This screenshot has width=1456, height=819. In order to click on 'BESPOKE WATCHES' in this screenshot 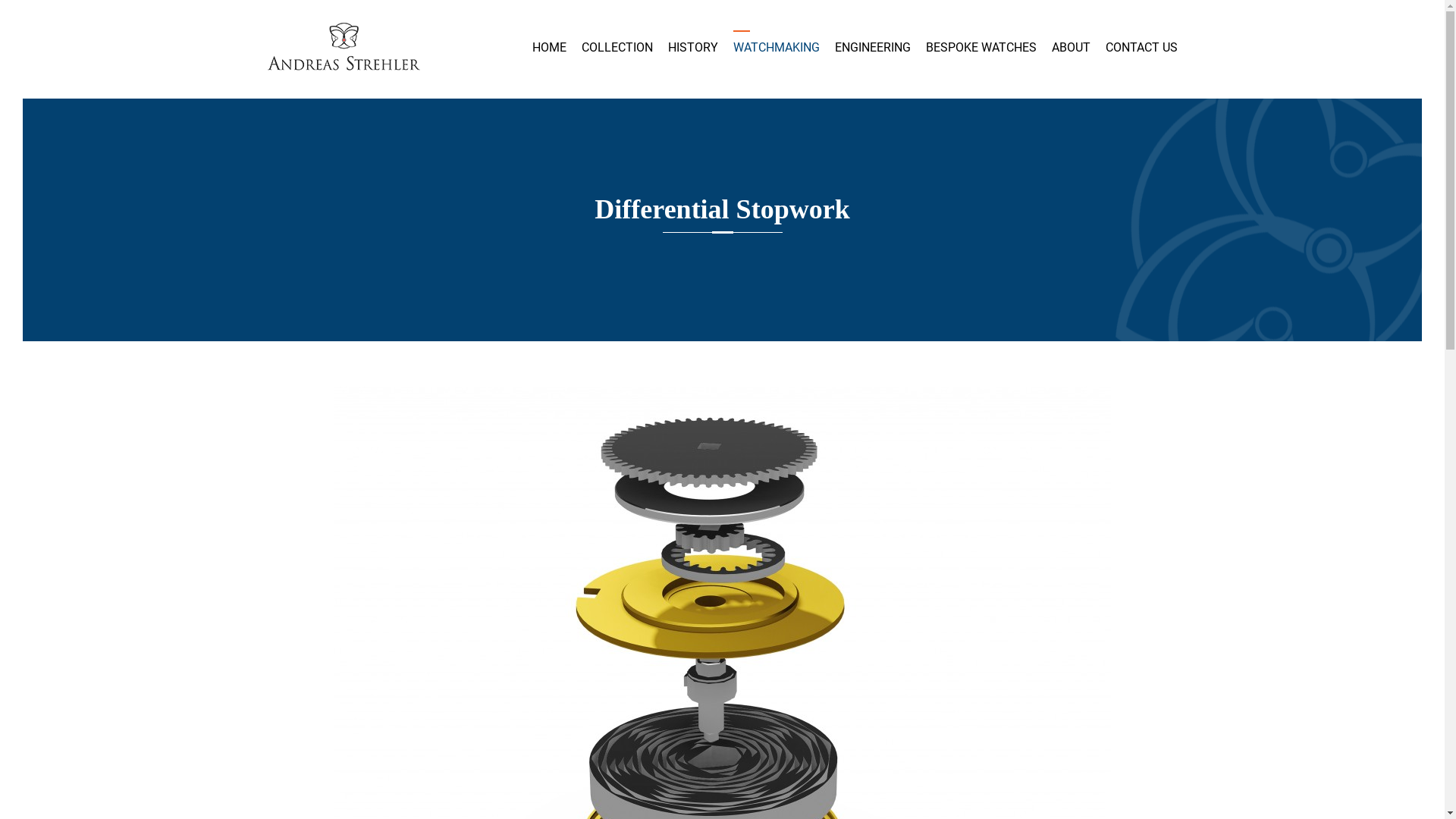, I will do `click(980, 46)`.